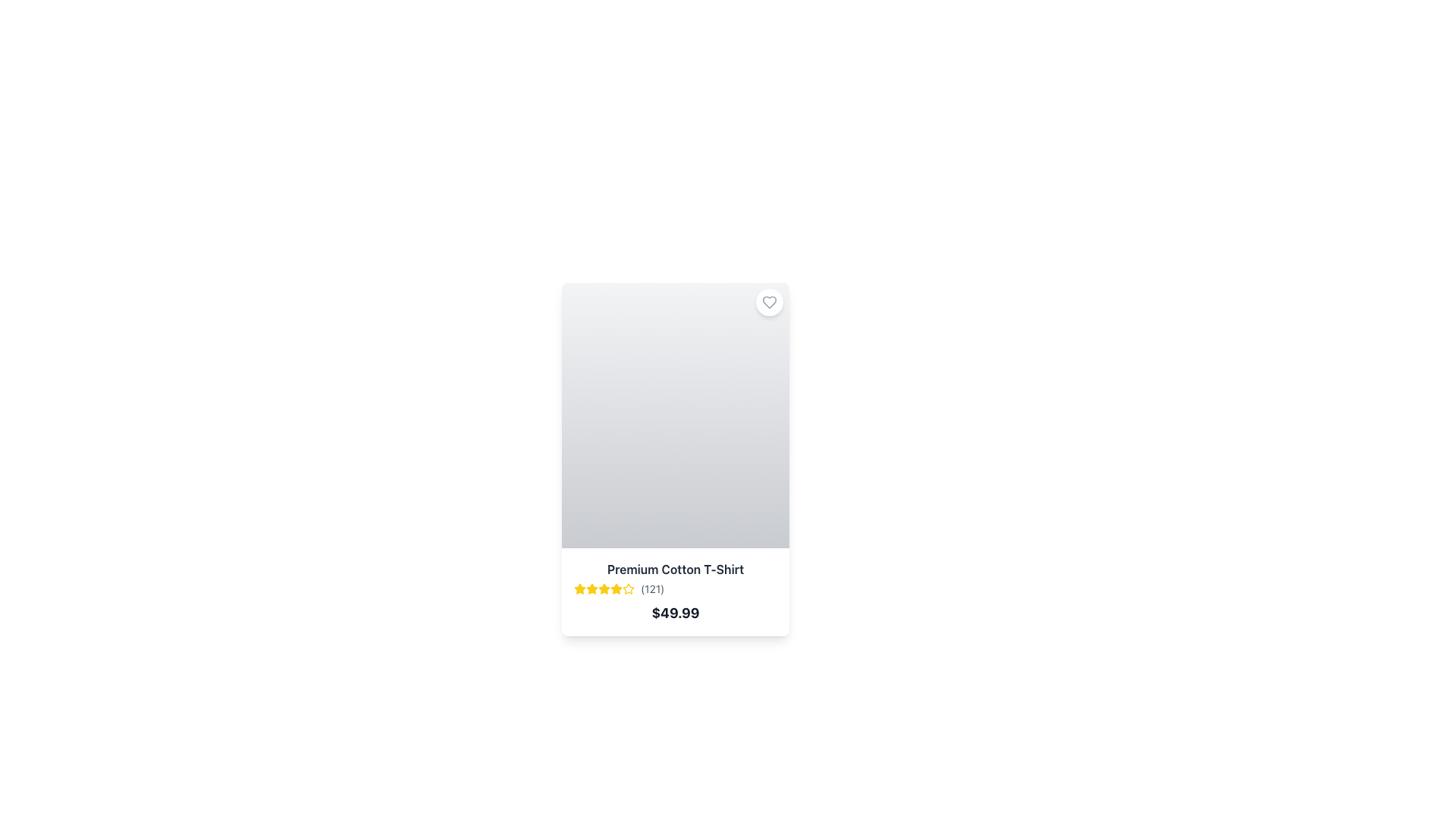  What do you see at coordinates (603, 588) in the screenshot?
I see `the fourth yellow star icon in the rating system to interact with it` at bounding box center [603, 588].